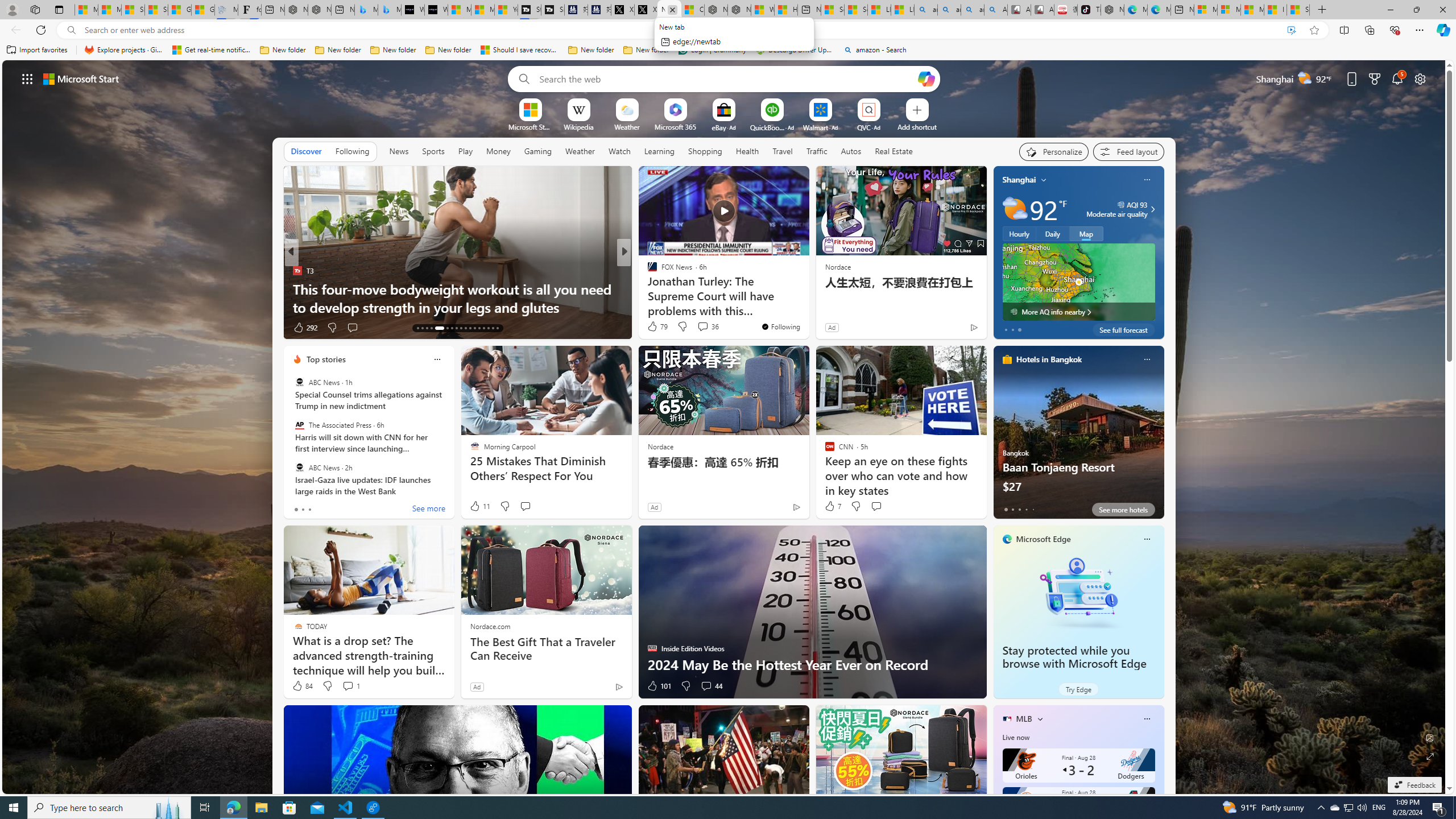 Image resolution: width=1456 pixels, height=819 pixels. What do you see at coordinates (925, 78) in the screenshot?
I see `'Open Copilot'` at bounding box center [925, 78].